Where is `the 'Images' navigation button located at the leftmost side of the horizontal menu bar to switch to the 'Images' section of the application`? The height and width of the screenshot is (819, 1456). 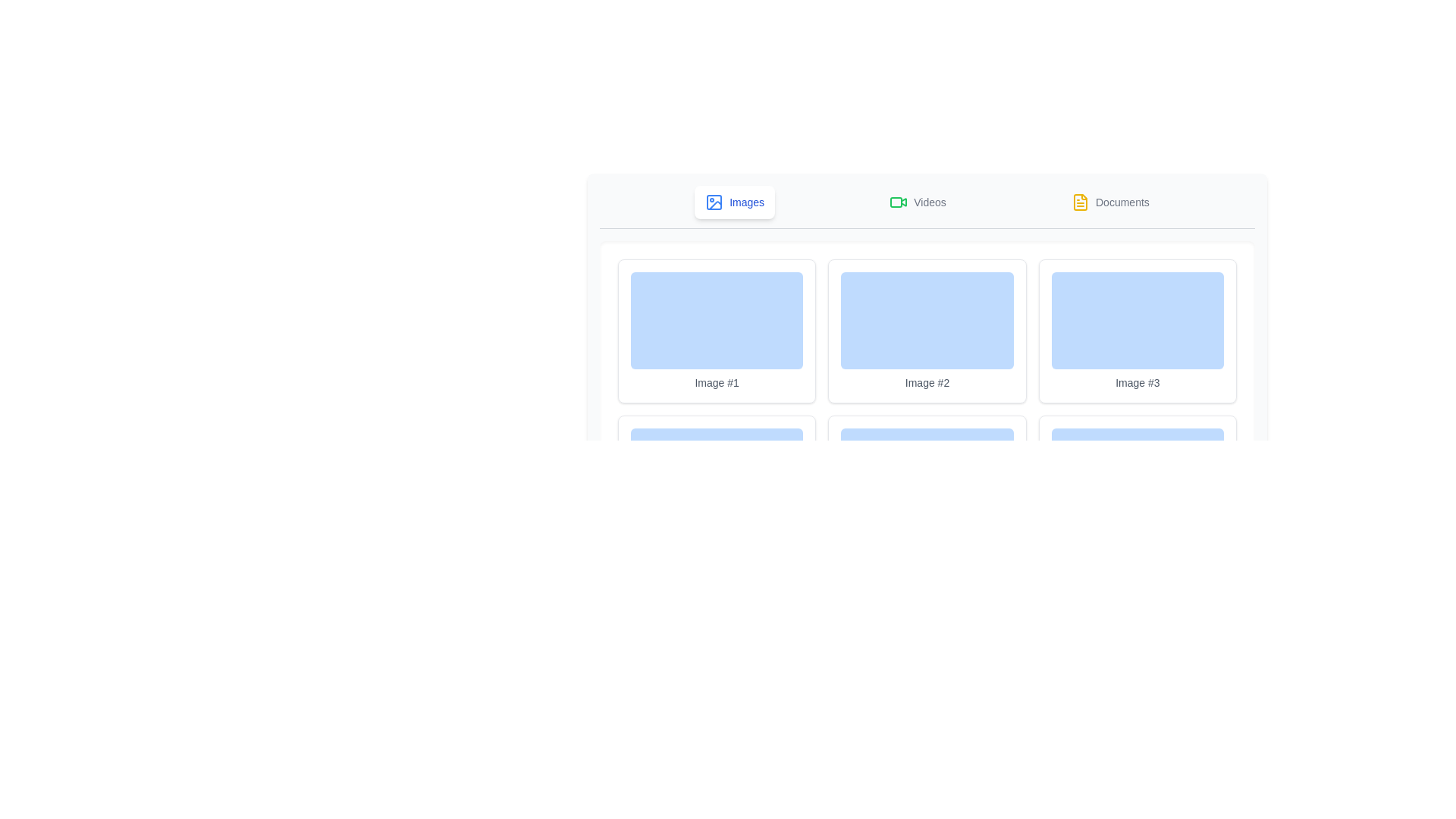
the 'Images' navigation button located at the leftmost side of the horizontal menu bar to switch to the 'Images' section of the application is located at coordinates (735, 201).